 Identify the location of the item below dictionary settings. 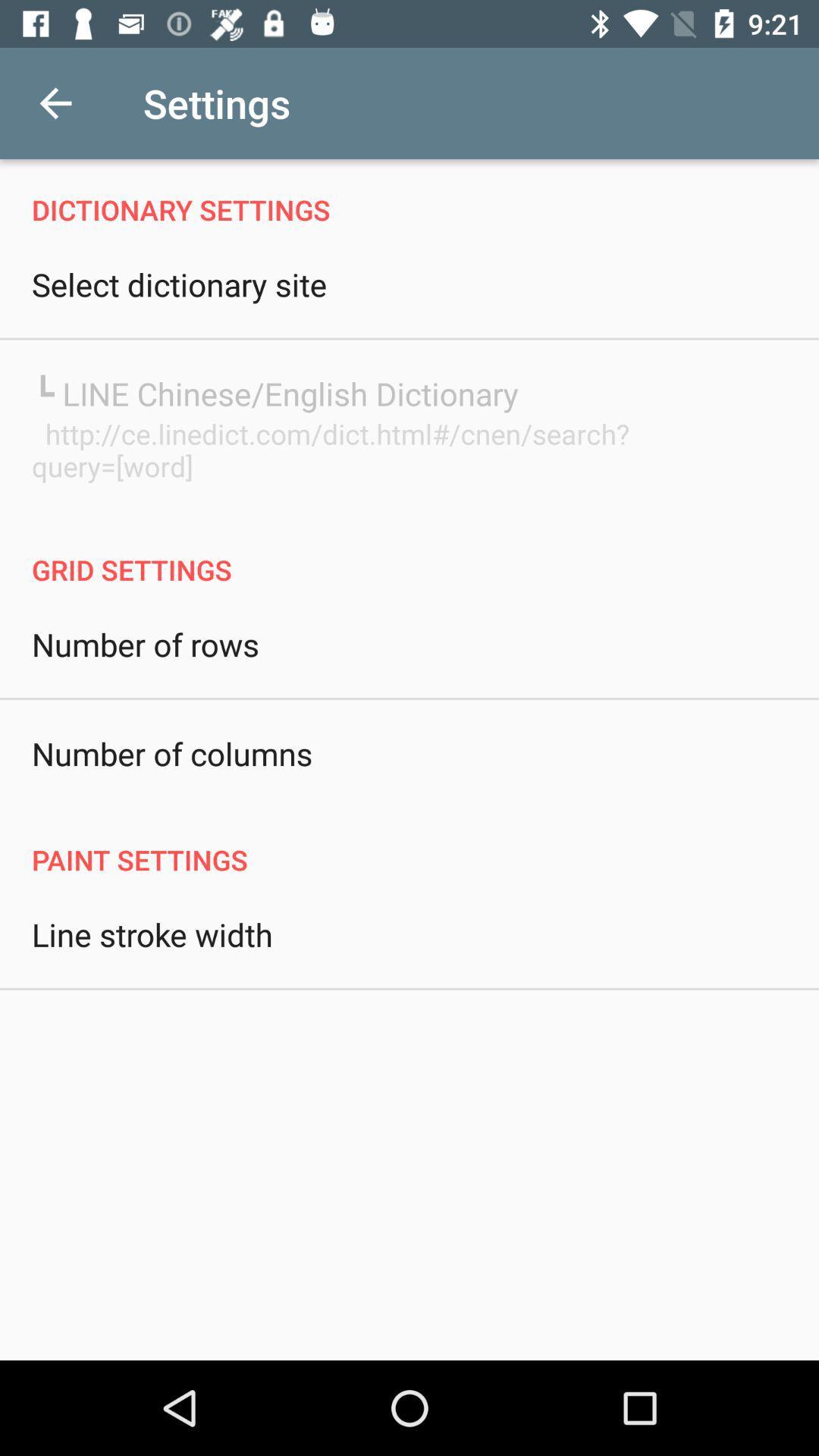
(178, 284).